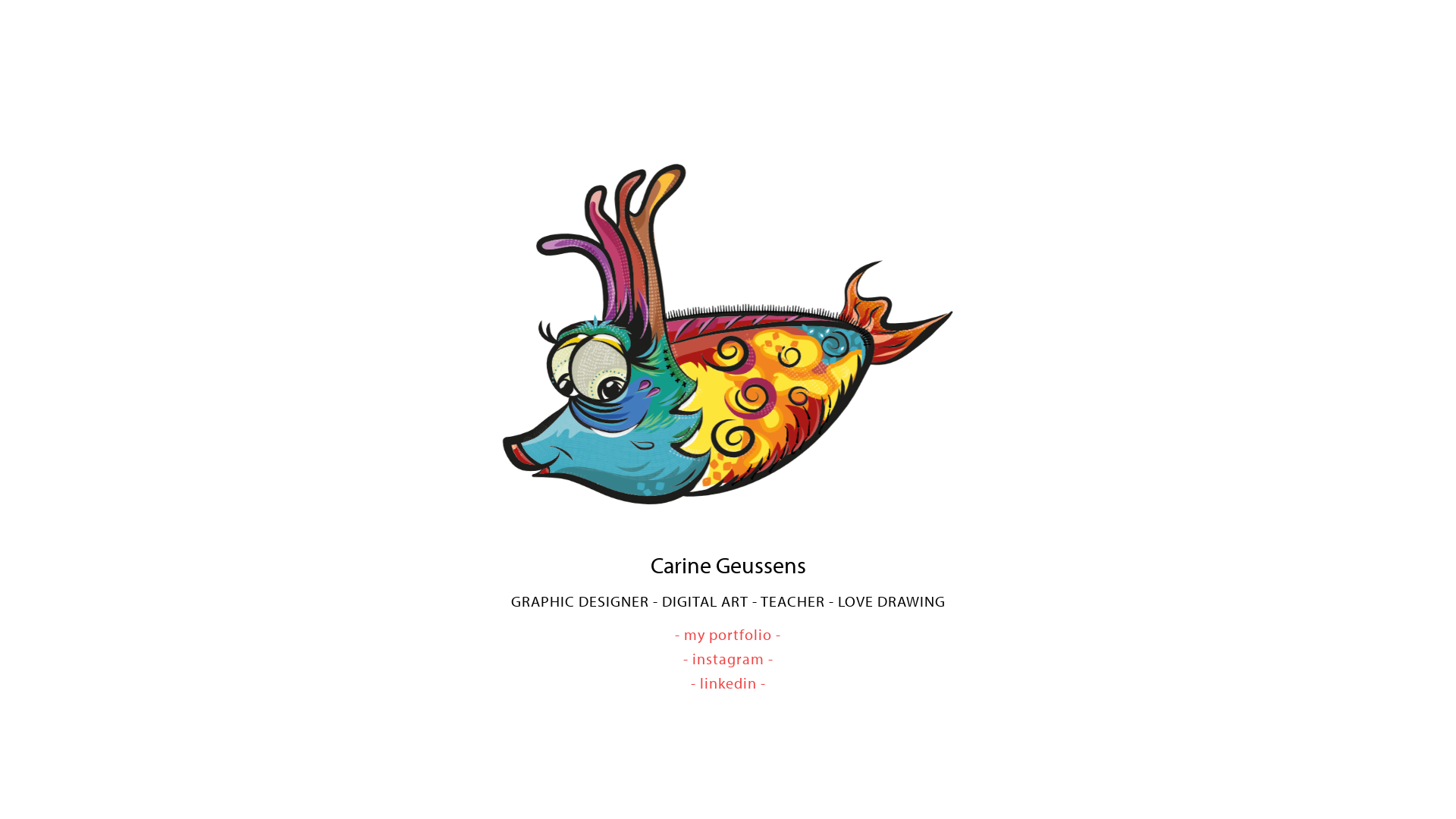  Describe the element at coordinates (673, 634) in the screenshot. I see `'- my portfolio -'` at that location.